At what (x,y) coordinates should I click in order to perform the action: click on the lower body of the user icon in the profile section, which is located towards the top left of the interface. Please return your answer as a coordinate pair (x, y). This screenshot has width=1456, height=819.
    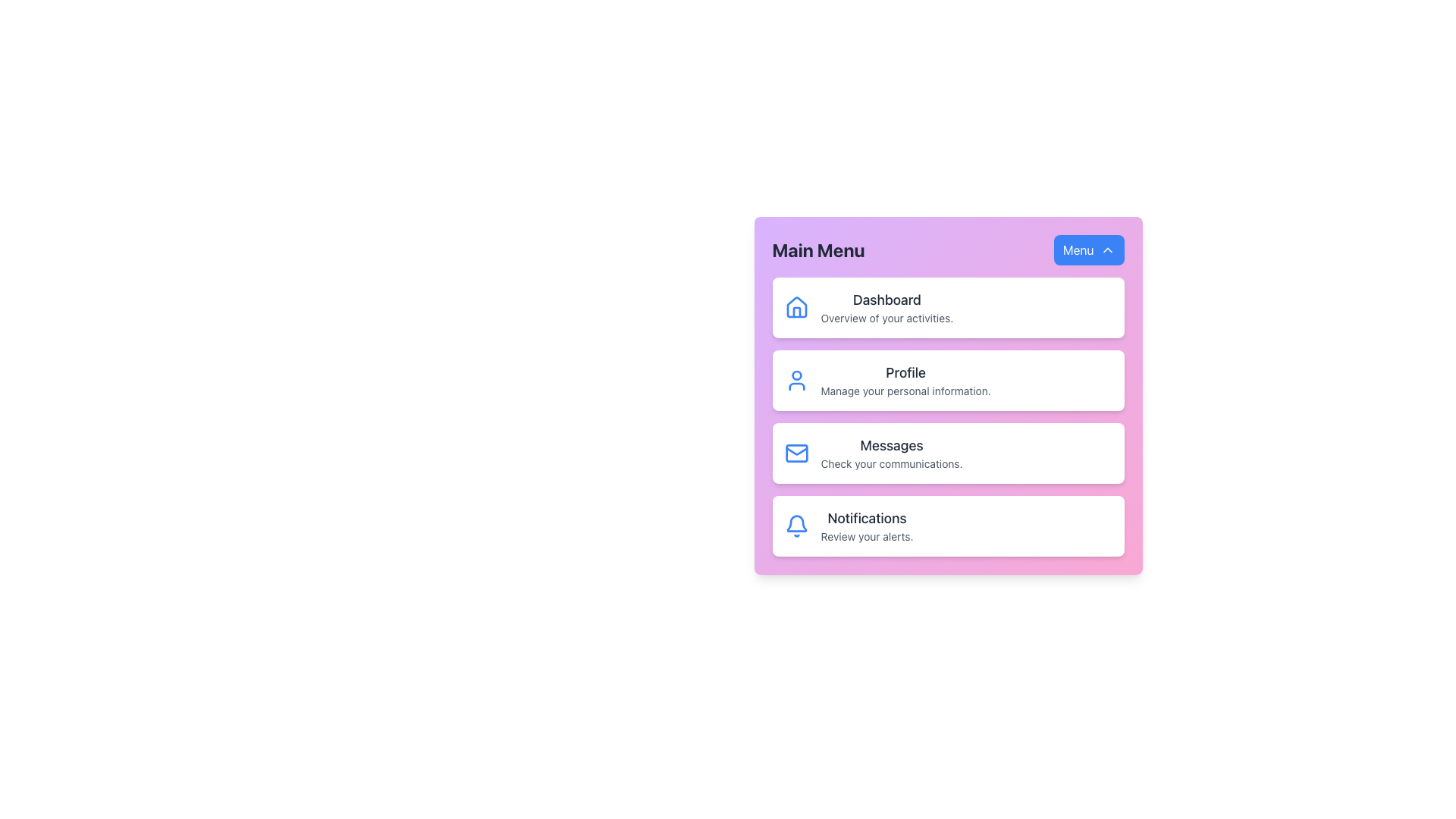
    Looking at the image, I should click on (795, 385).